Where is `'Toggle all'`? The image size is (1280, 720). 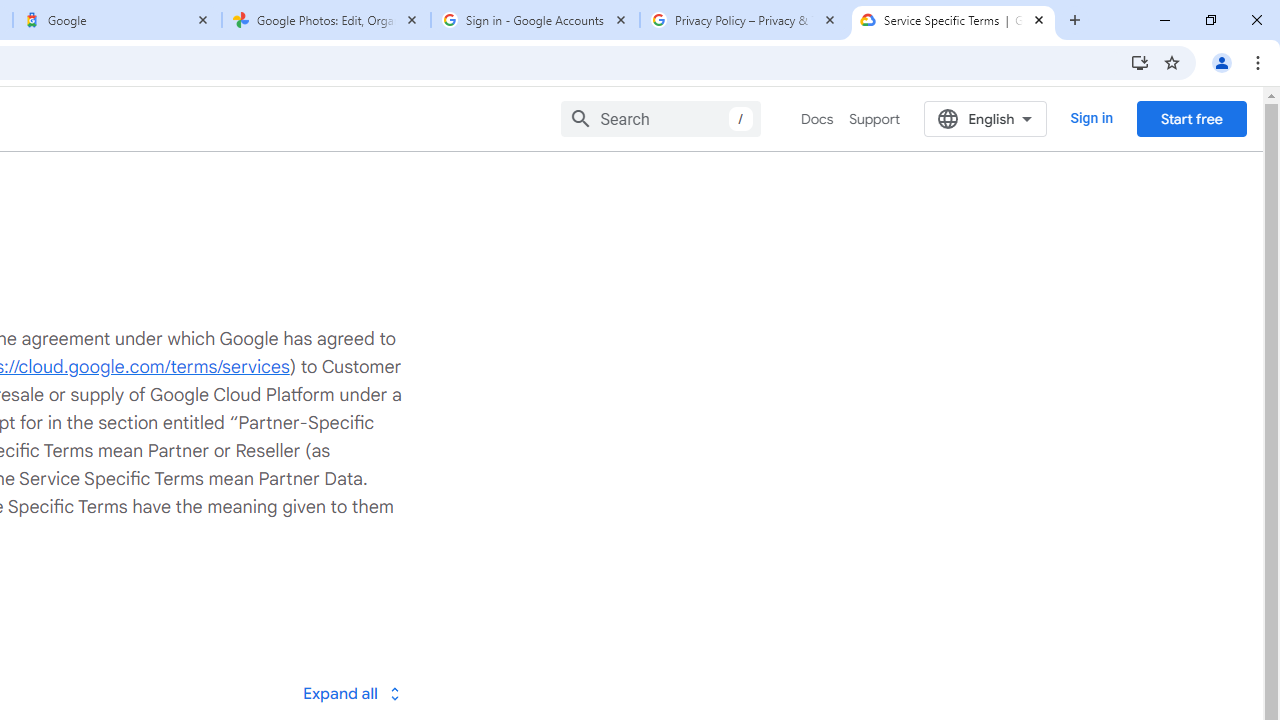
'Toggle all' is located at coordinates (351, 692).